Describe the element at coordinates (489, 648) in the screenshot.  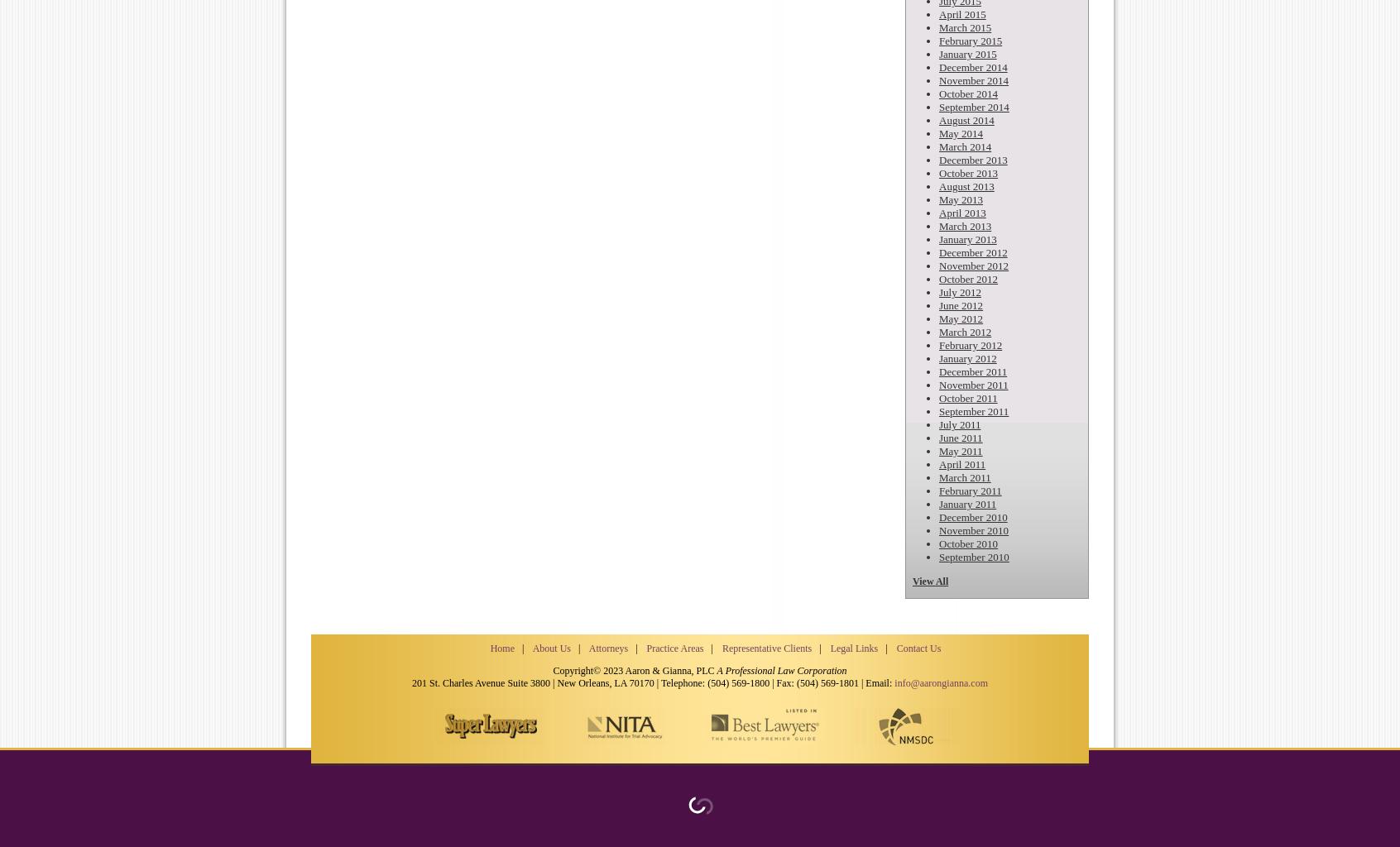
I see `'Home'` at that location.